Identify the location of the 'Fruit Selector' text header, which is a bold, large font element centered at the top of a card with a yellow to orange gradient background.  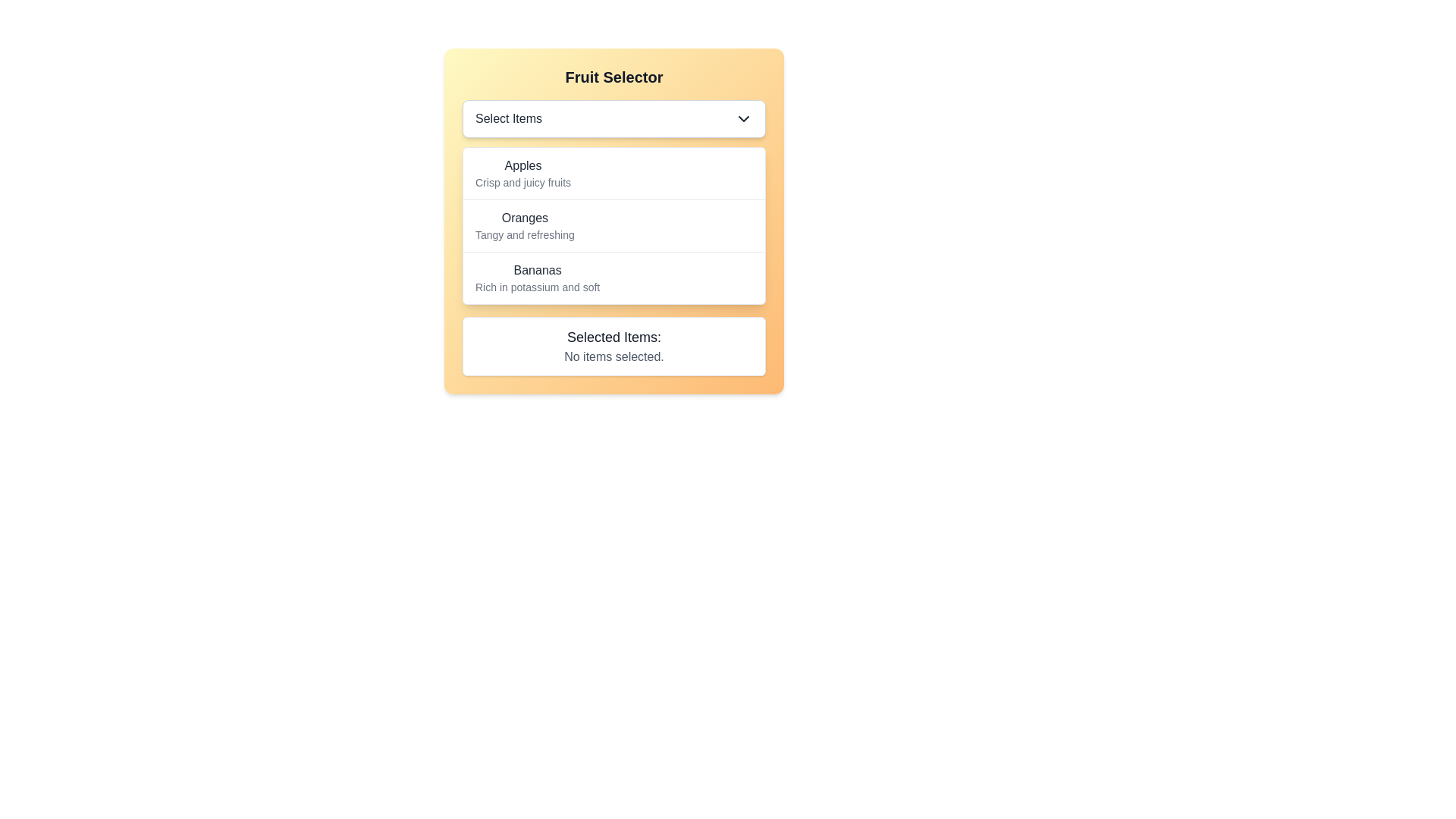
(614, 77).